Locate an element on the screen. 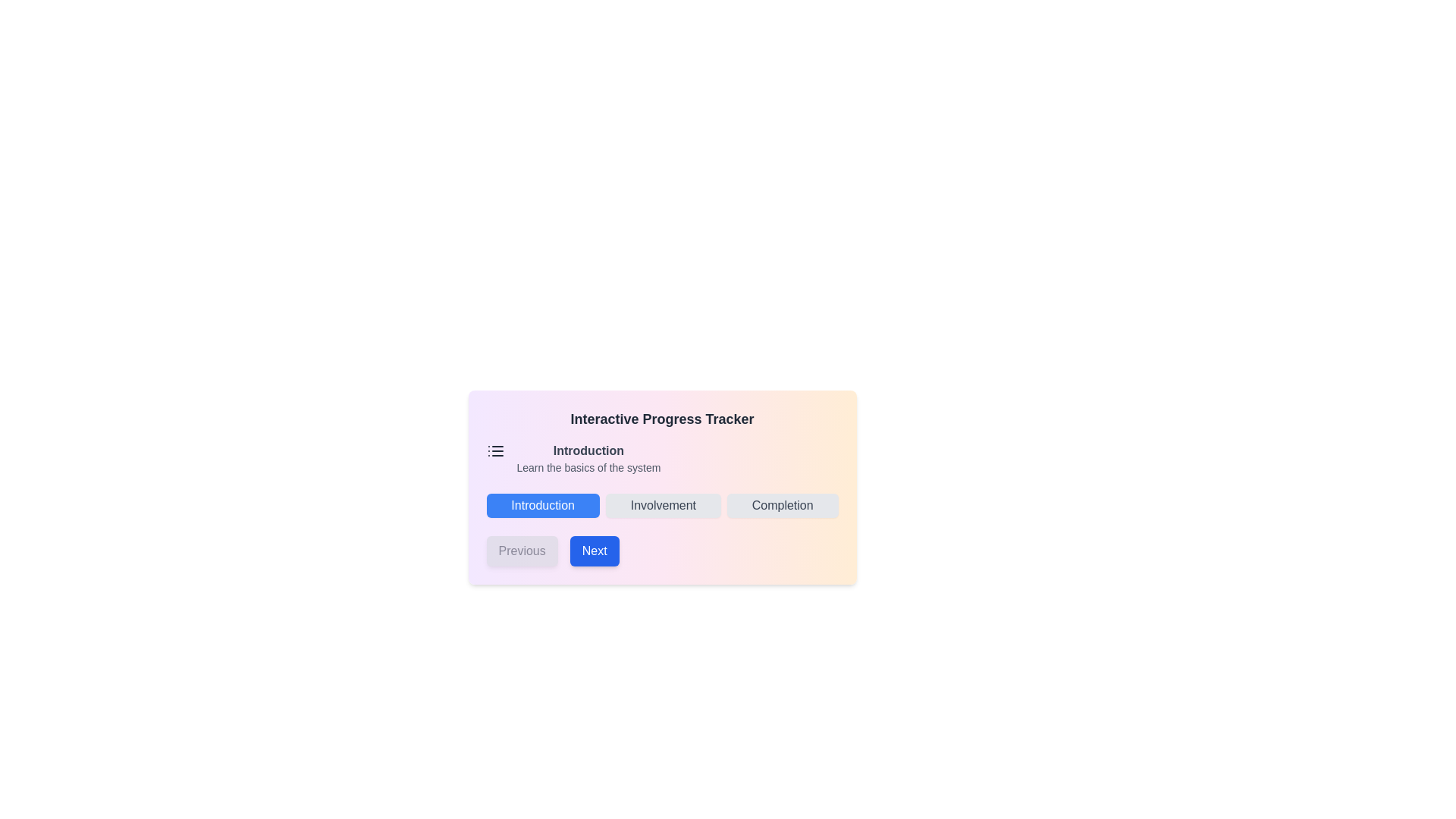  the informational box that introduces a section within the interface, located below the title 'Interactive Progress Tracker' and above the buttons labeled 'Introduction', 'Involvement', and 'Completion' is located at coordinates (662, 458).